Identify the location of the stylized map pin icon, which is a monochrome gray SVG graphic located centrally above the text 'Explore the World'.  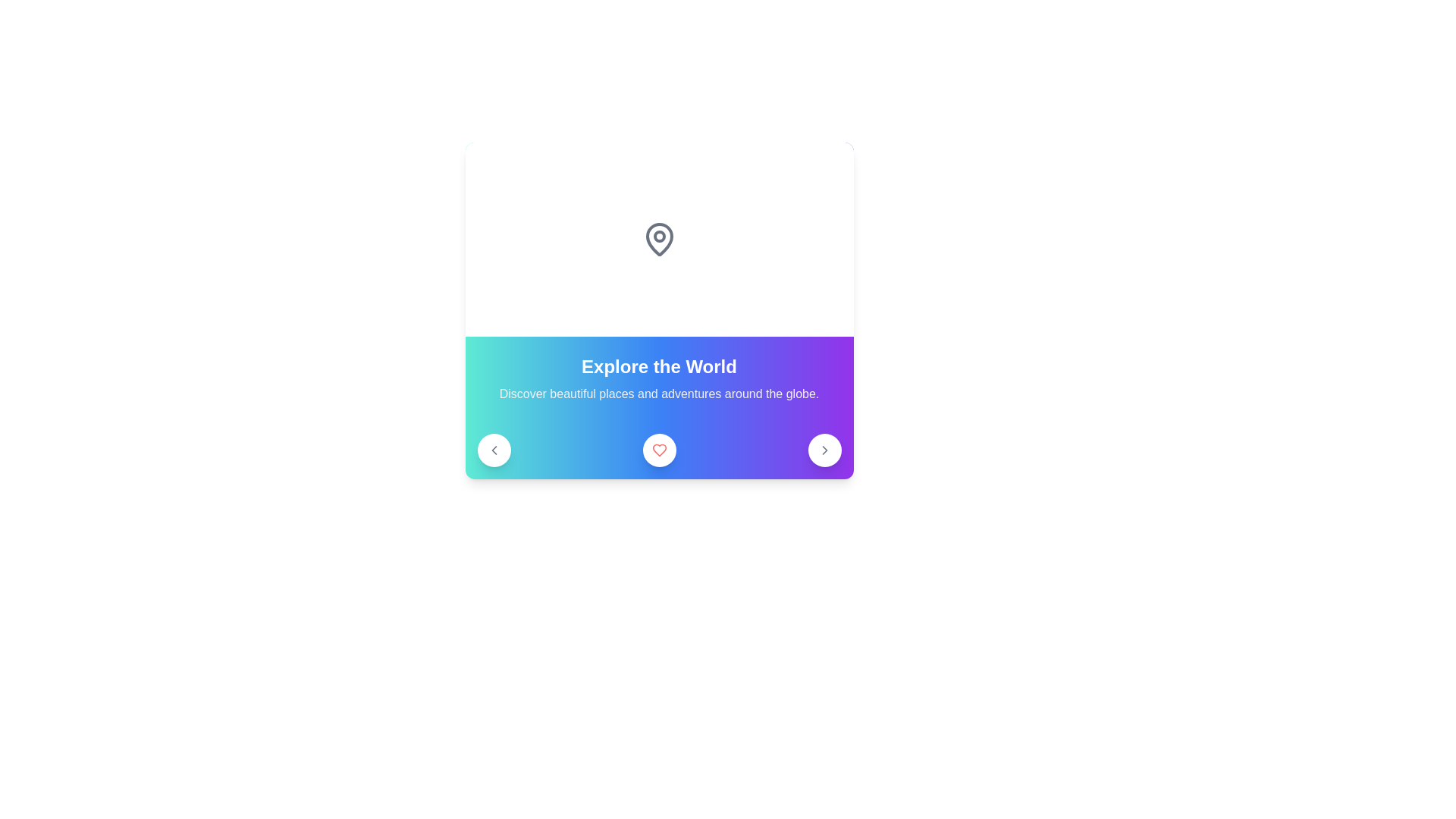
(659, 239).